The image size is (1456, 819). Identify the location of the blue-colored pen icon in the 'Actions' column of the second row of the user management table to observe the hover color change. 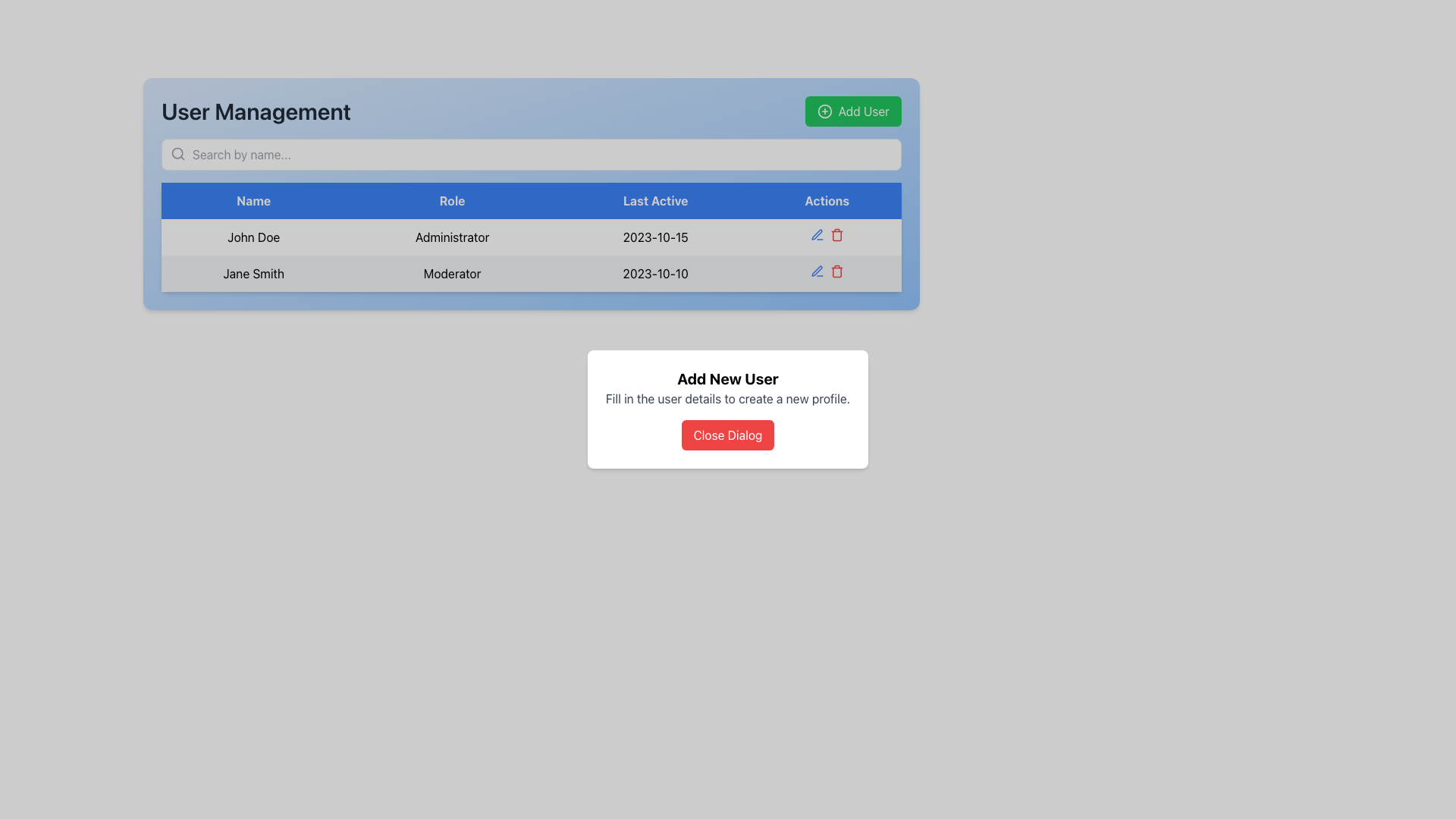
(816, 234).